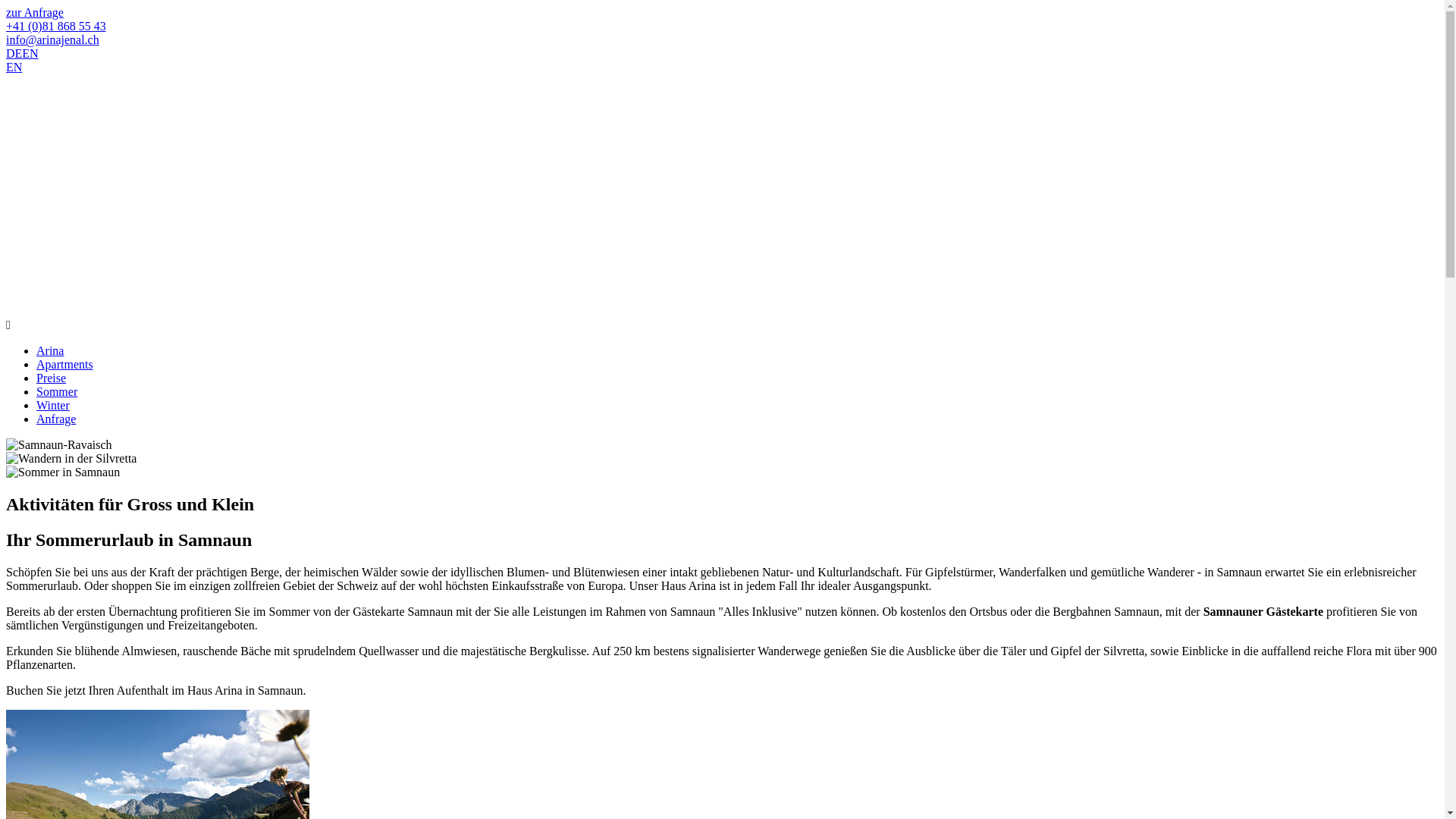  I want to click on ' Wandern in der Silvretta', so click(71, 458).